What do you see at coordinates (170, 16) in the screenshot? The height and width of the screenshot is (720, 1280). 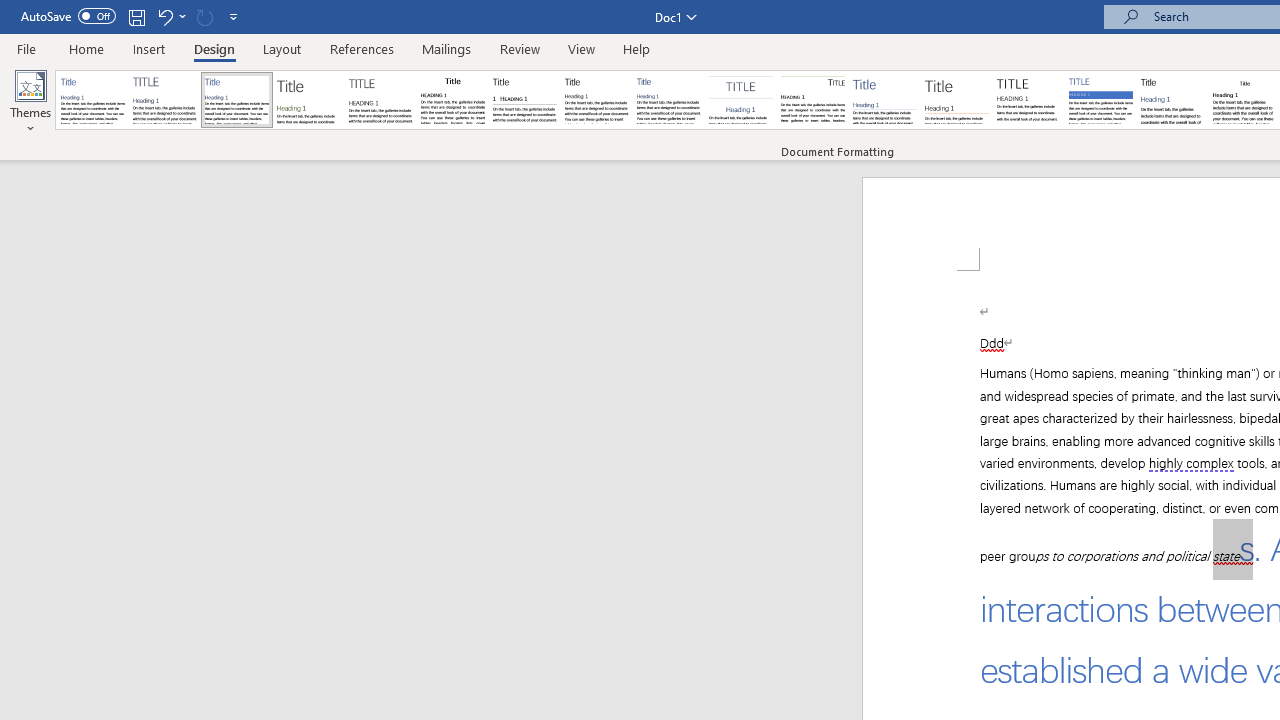 I see `'Undo Apply Quick Style Set'` at bounding box center [170, 16].